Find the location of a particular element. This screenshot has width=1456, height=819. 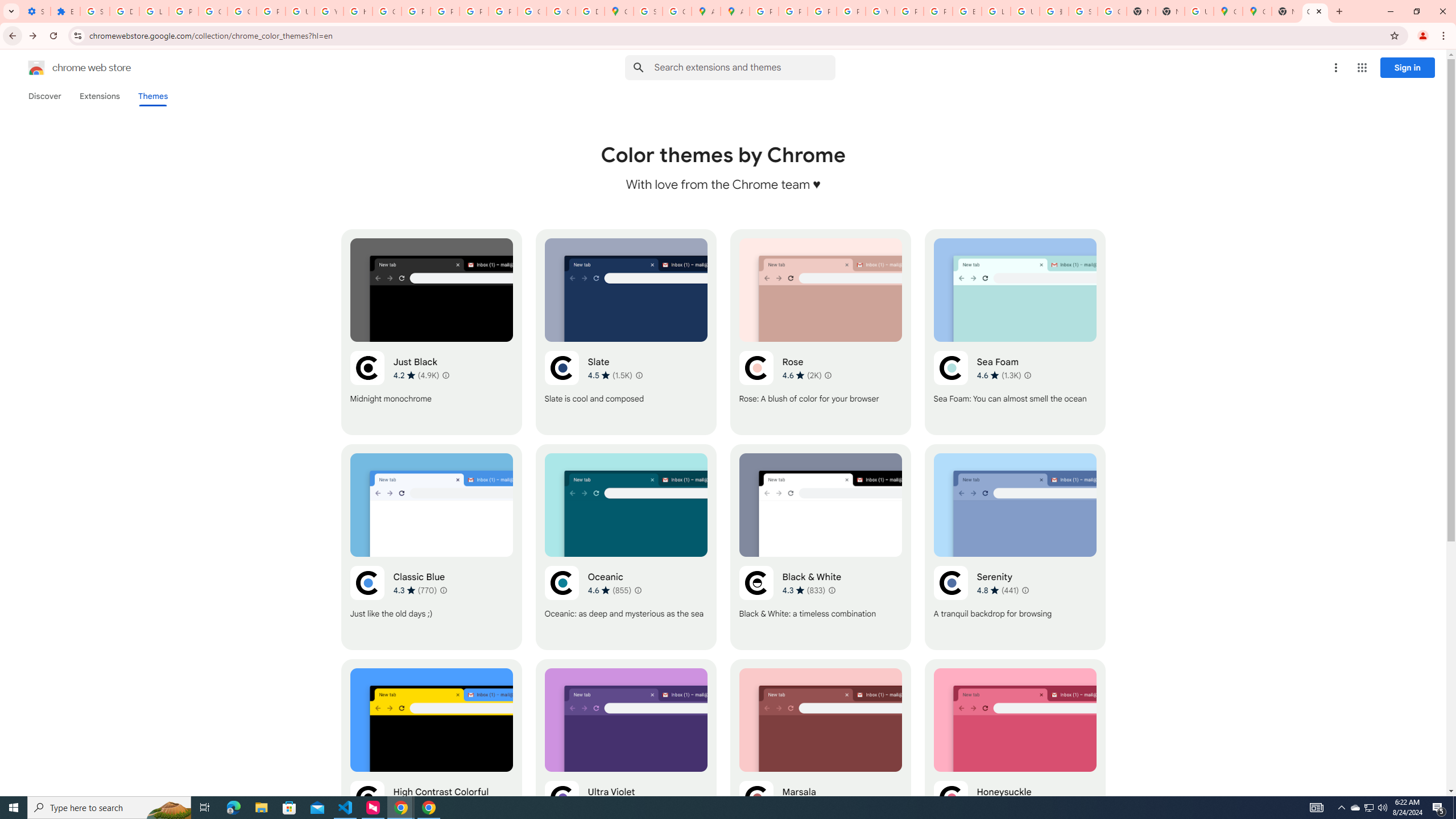

'Marsala' is located at coordinates (820, 761).